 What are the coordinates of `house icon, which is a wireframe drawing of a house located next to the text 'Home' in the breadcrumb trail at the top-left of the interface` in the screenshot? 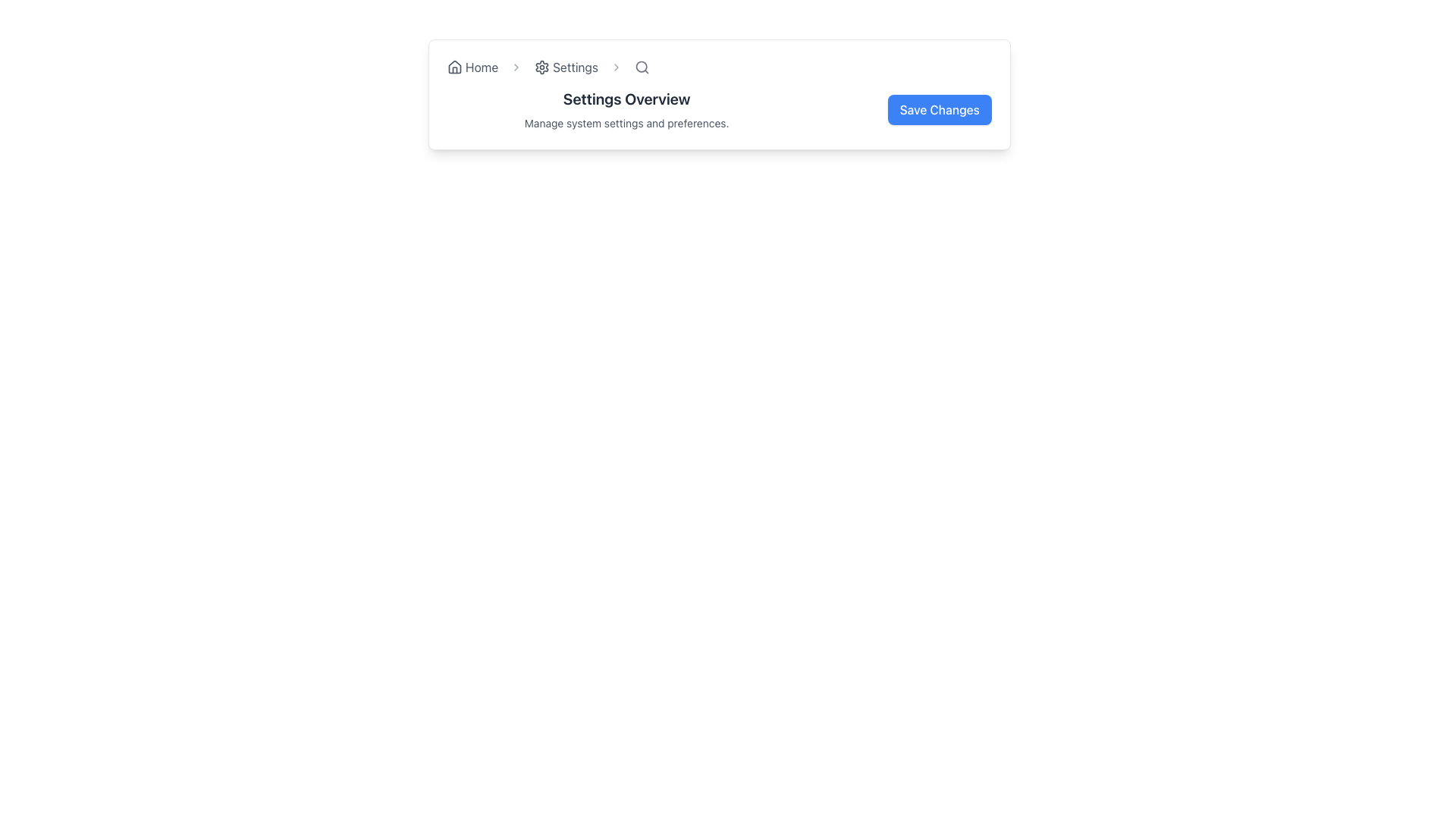 It's located at (454, 66).